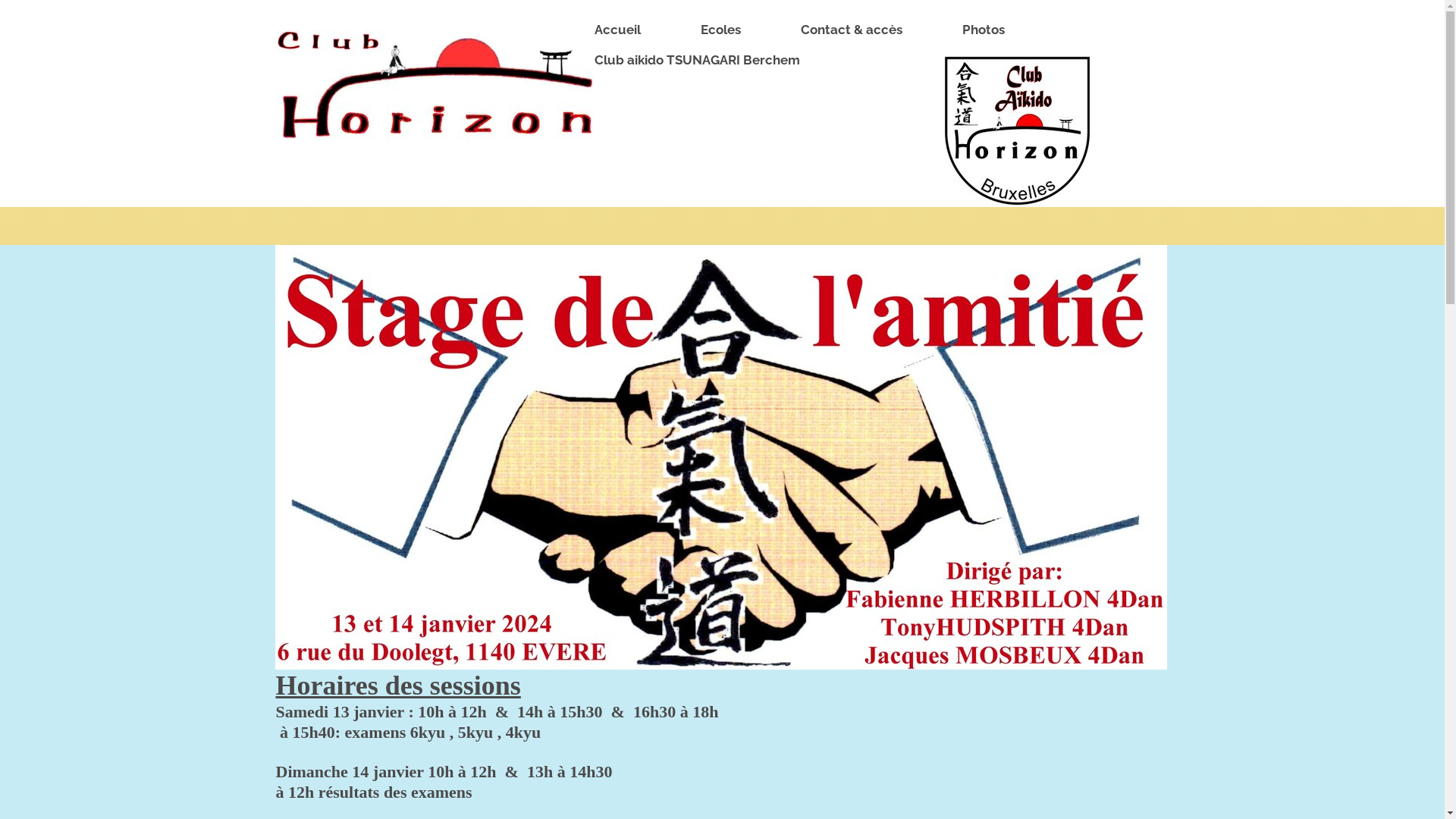  Describe the element at coordinates (990, 30) in the screenshot. I see `'Photos'` at that location.